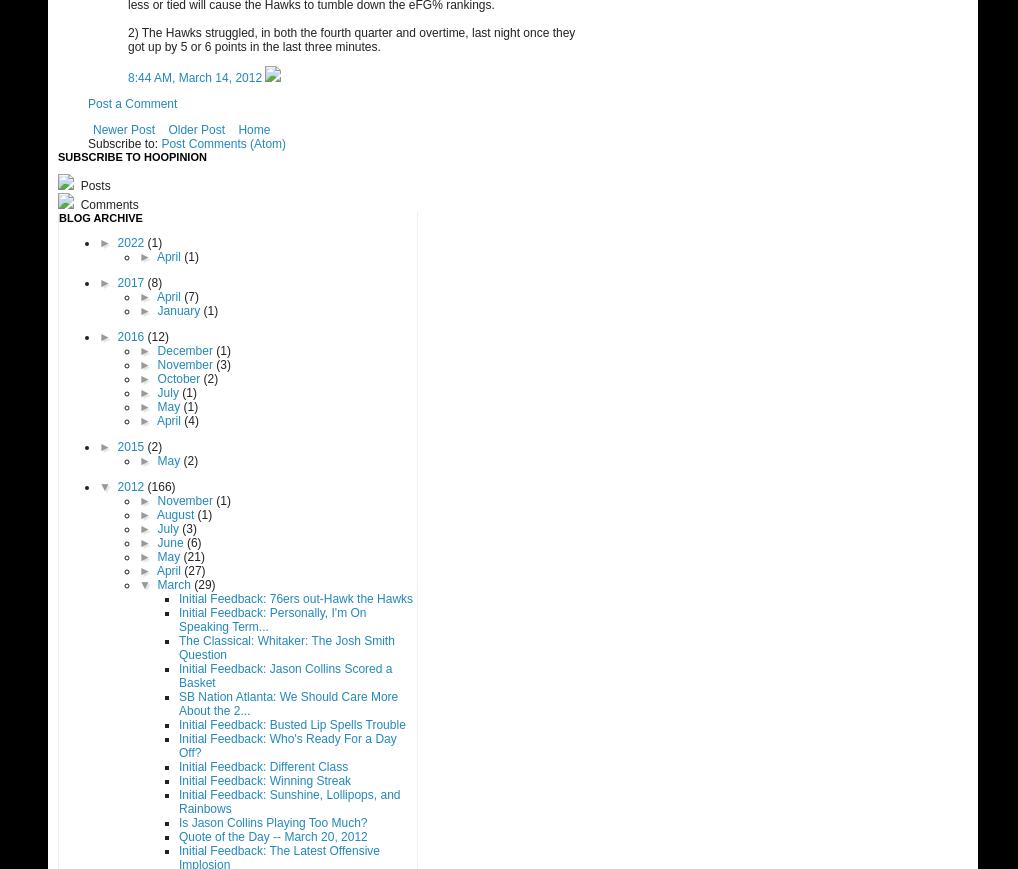 This screenshot has width=1018, height=869. Describe the element at coordinates (100, 217) in the screenshot. I see `'Blog Archive'` at that location.